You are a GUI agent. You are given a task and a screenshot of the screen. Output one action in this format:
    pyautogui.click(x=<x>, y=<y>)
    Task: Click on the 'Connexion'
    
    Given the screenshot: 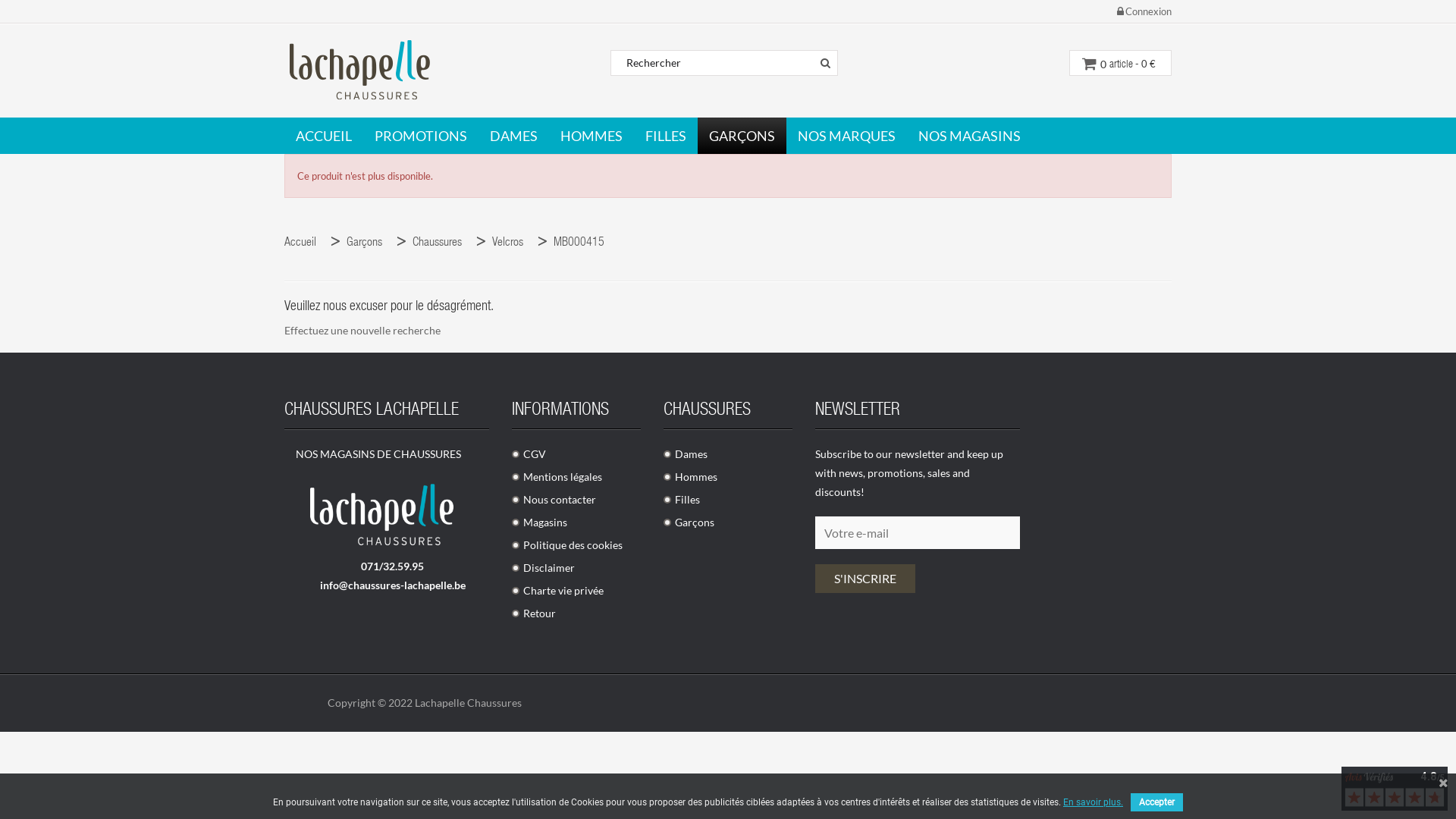 What is the action you would take?
    pyautogui.click(x=1144, y=11)
    